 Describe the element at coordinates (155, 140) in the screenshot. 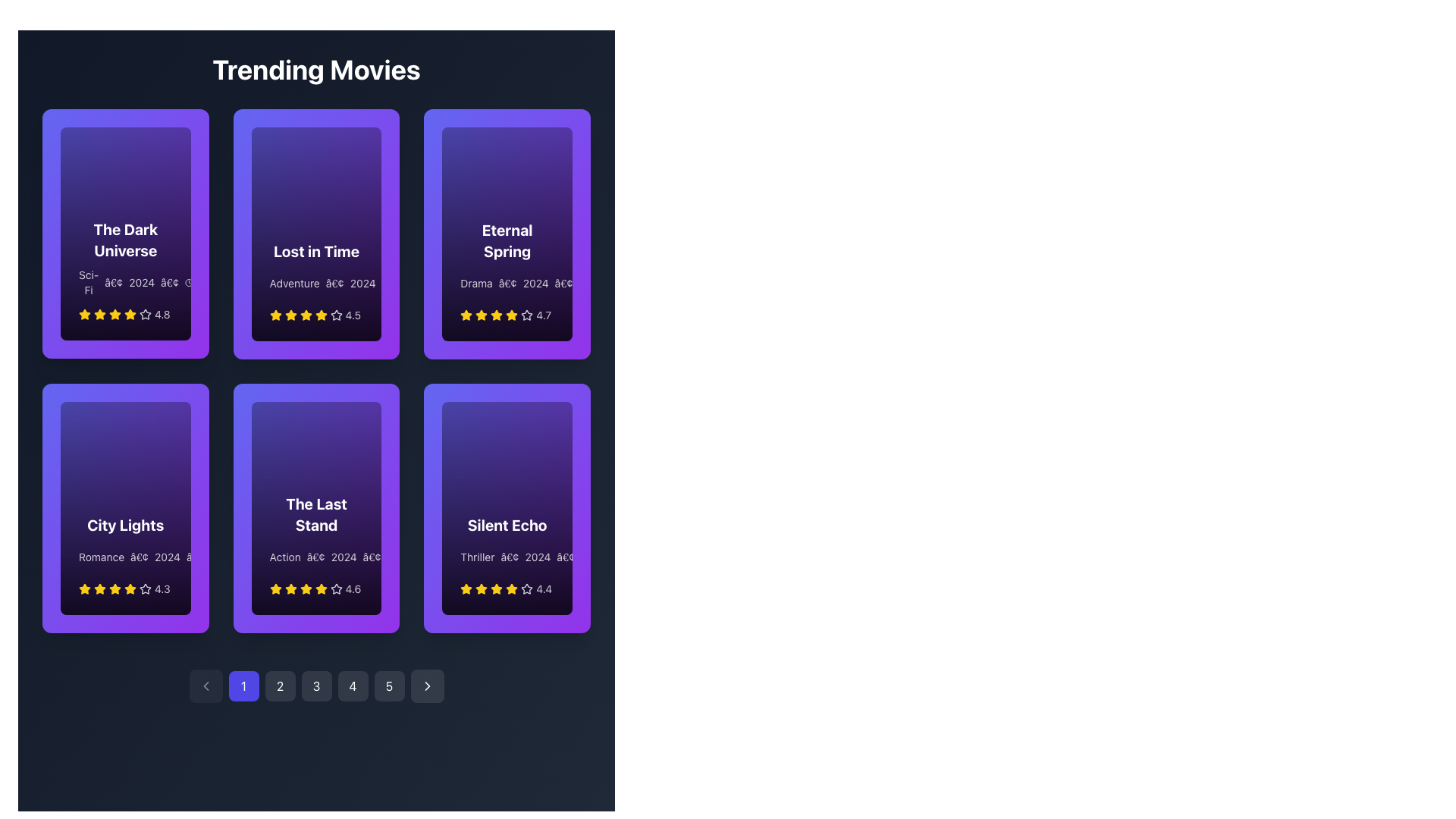

I see `the information button located in the top-right corner of the card titled 'The Dark Universe'` at that location.